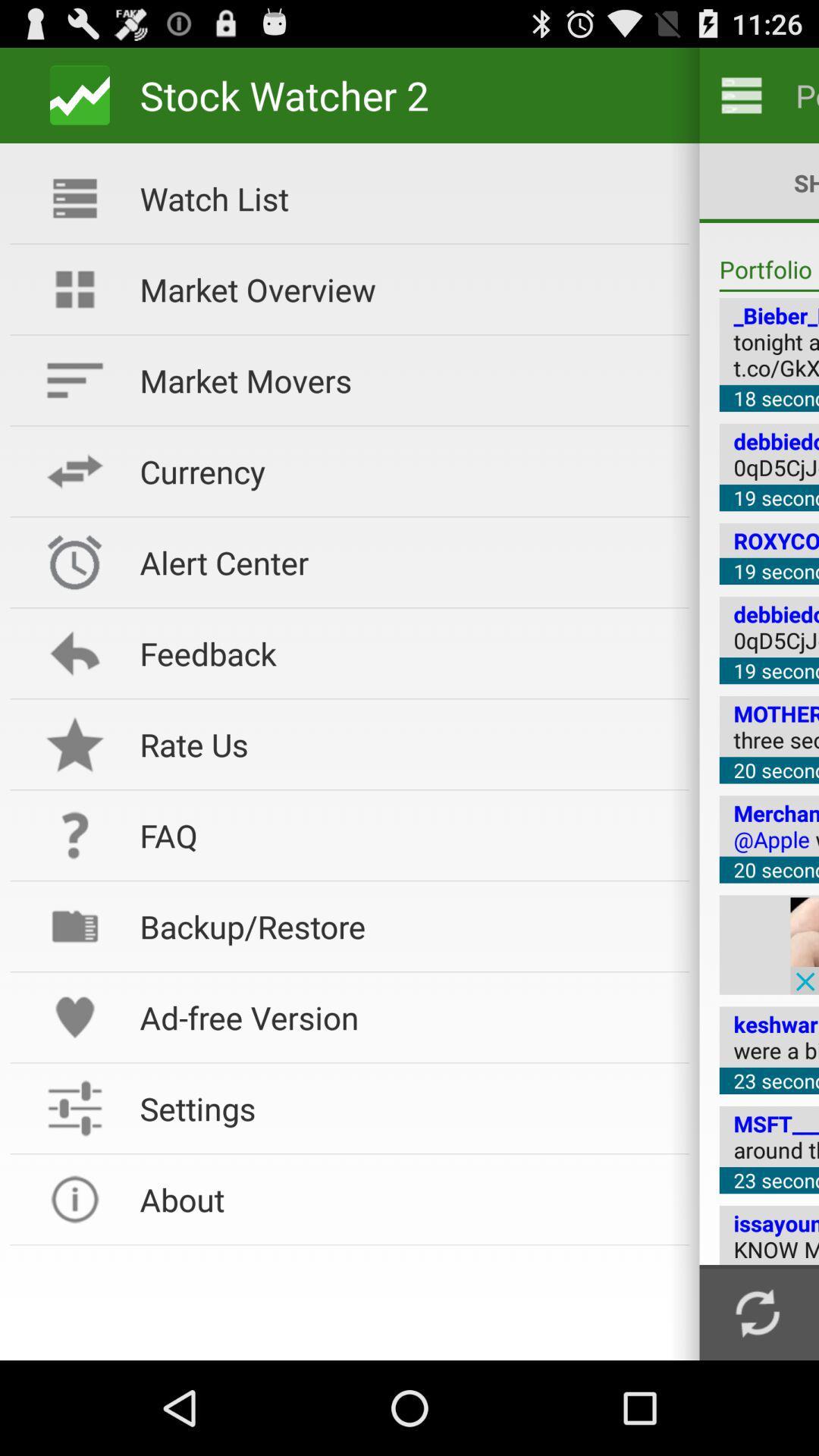  Describe the element at coordinates (804, 944) in the screenshot. I see `advertisements` at that location.